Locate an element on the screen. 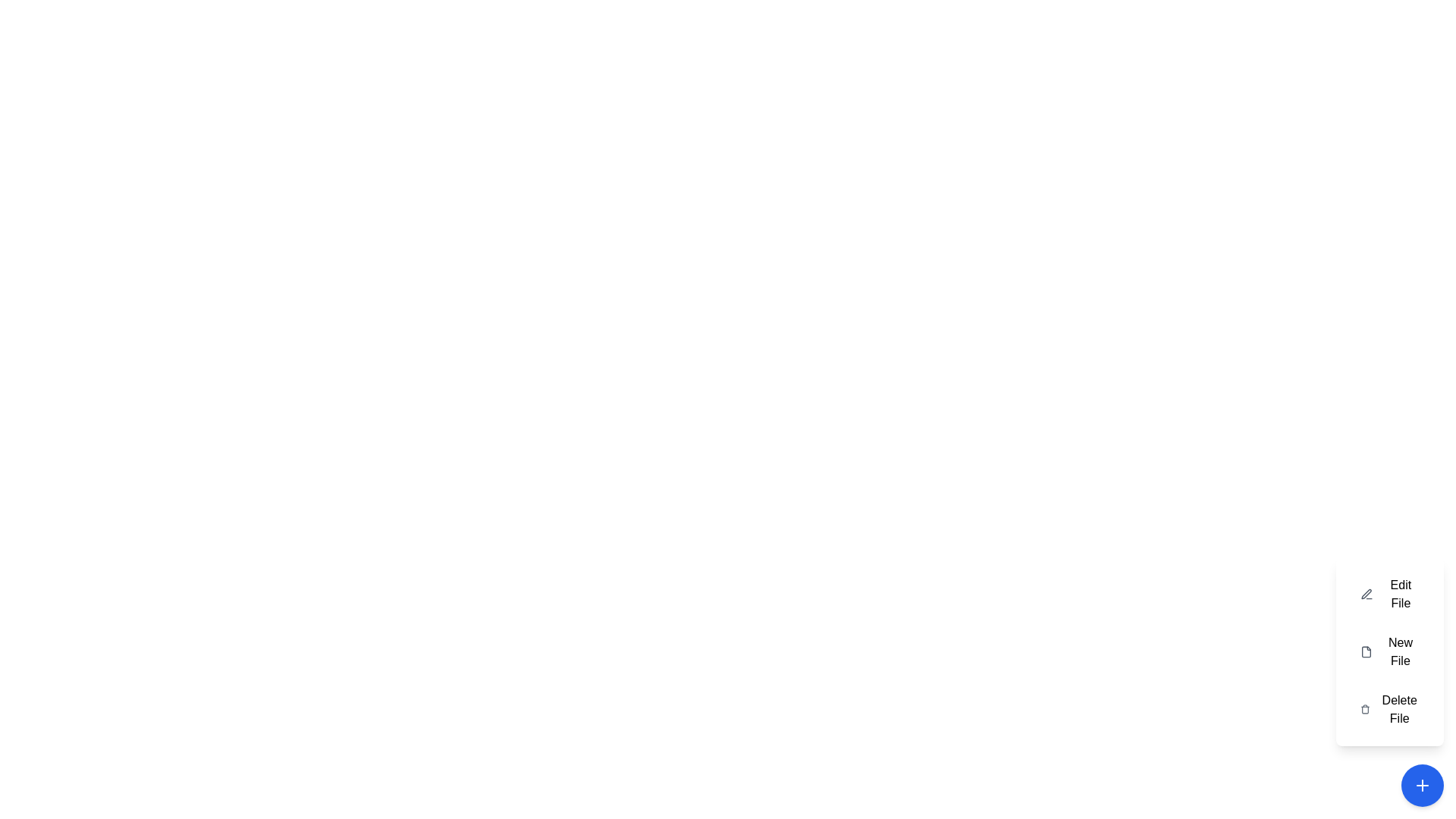  the pen and ruler icon located towards the bottom-right corner of the interface to initiate an action is located at coordinates (1366, 593).